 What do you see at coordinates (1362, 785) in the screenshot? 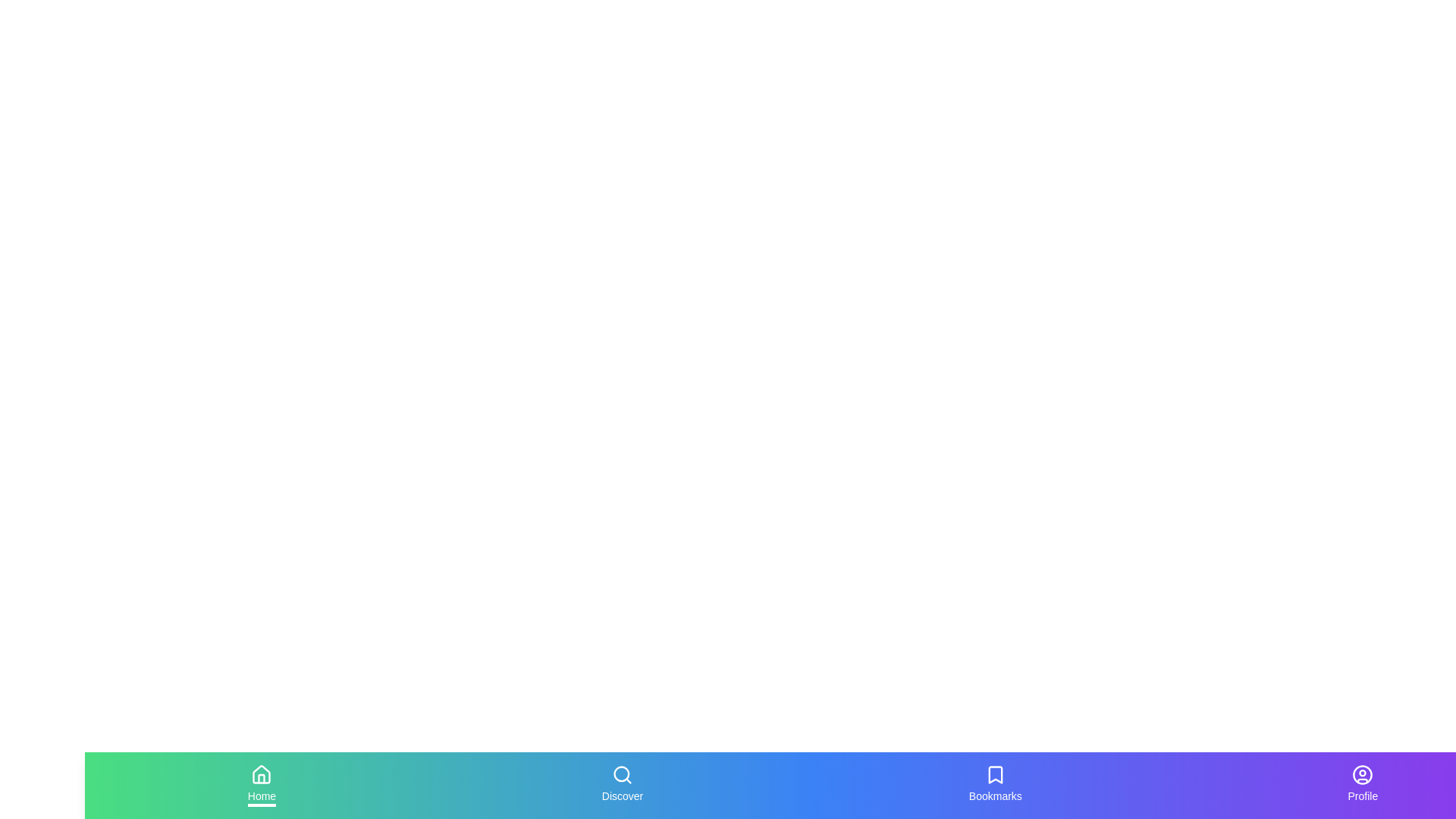
I see `the tab labeled Profile to inspect its icon and label` at bounding box center [1362, 785].